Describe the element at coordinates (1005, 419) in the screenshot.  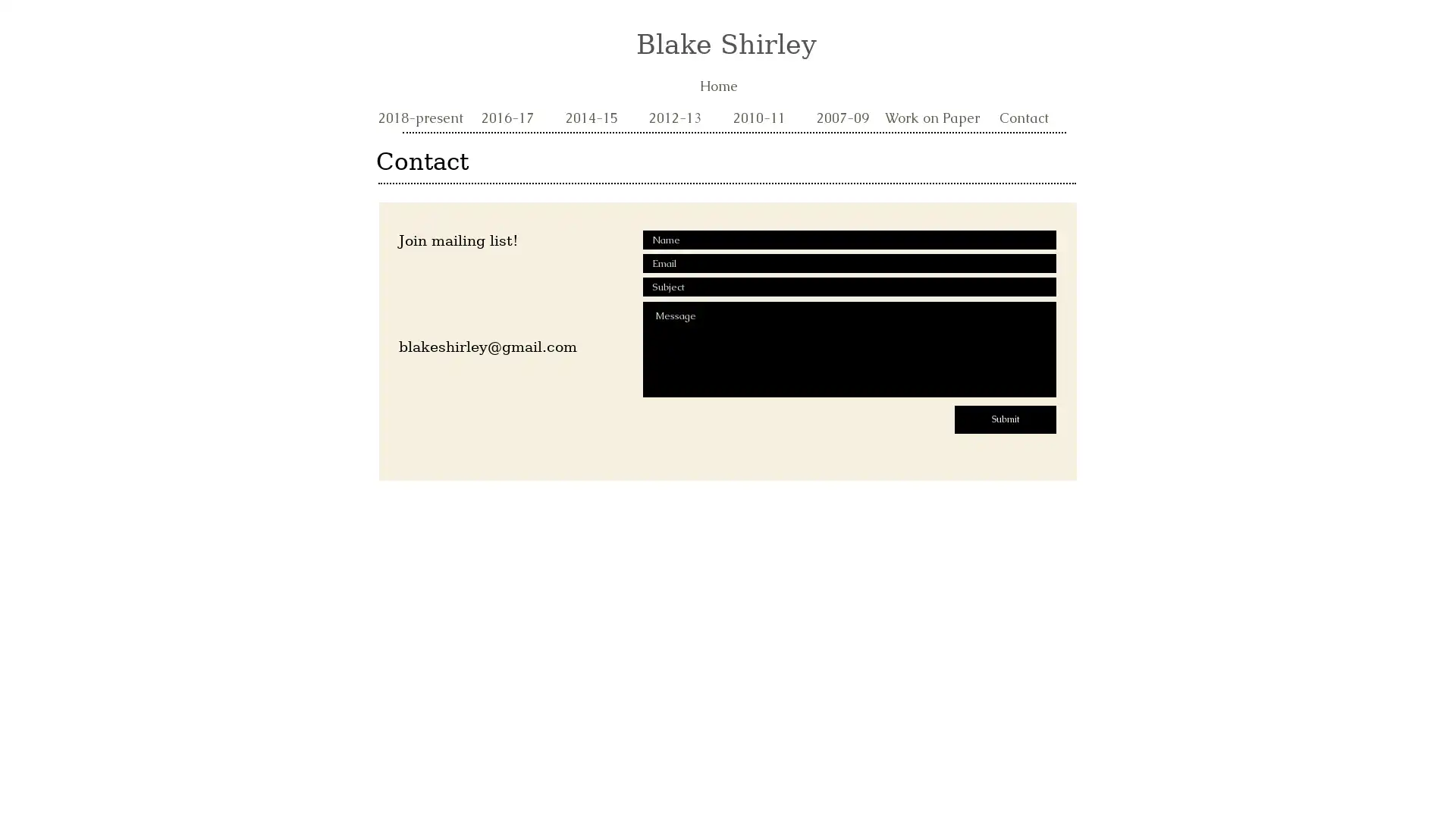
I see `Submit` at that location.